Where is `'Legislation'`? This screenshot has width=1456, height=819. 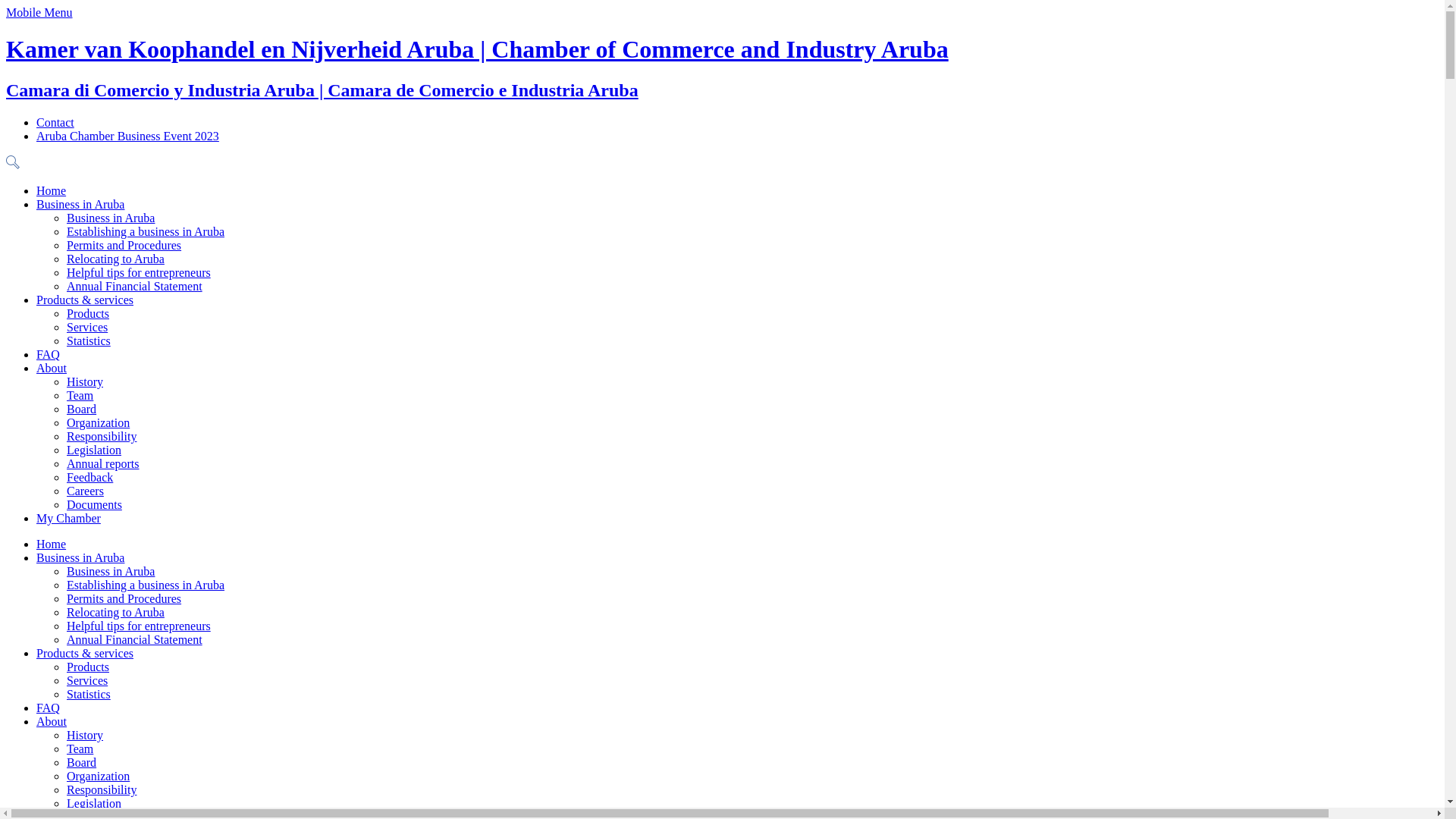
'Legislation' is located at coordinates (65, 802).